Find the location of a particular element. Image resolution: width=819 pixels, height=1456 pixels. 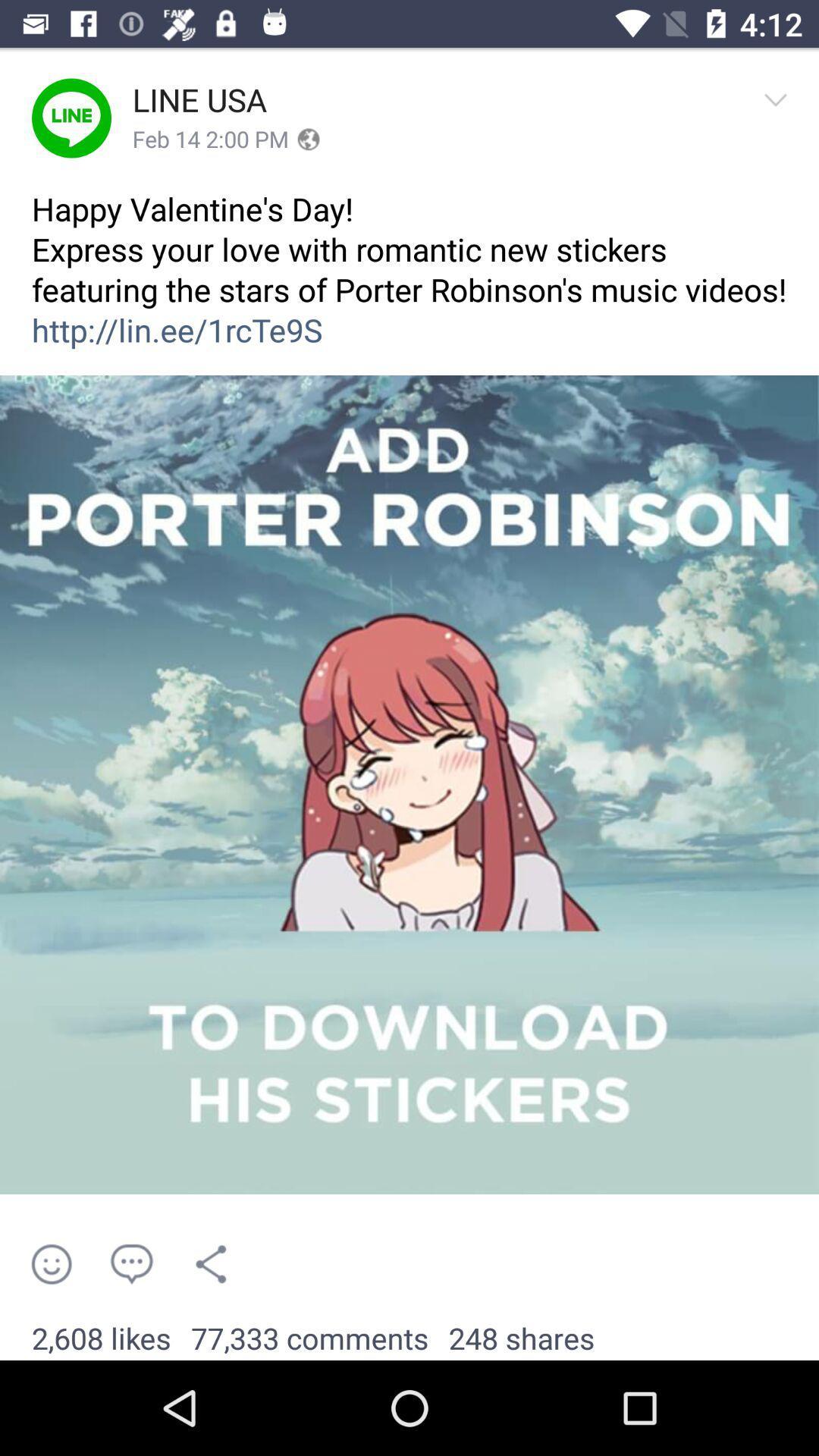

the item to the right of the 77,333 comments is located at coordinates (521, 1339).